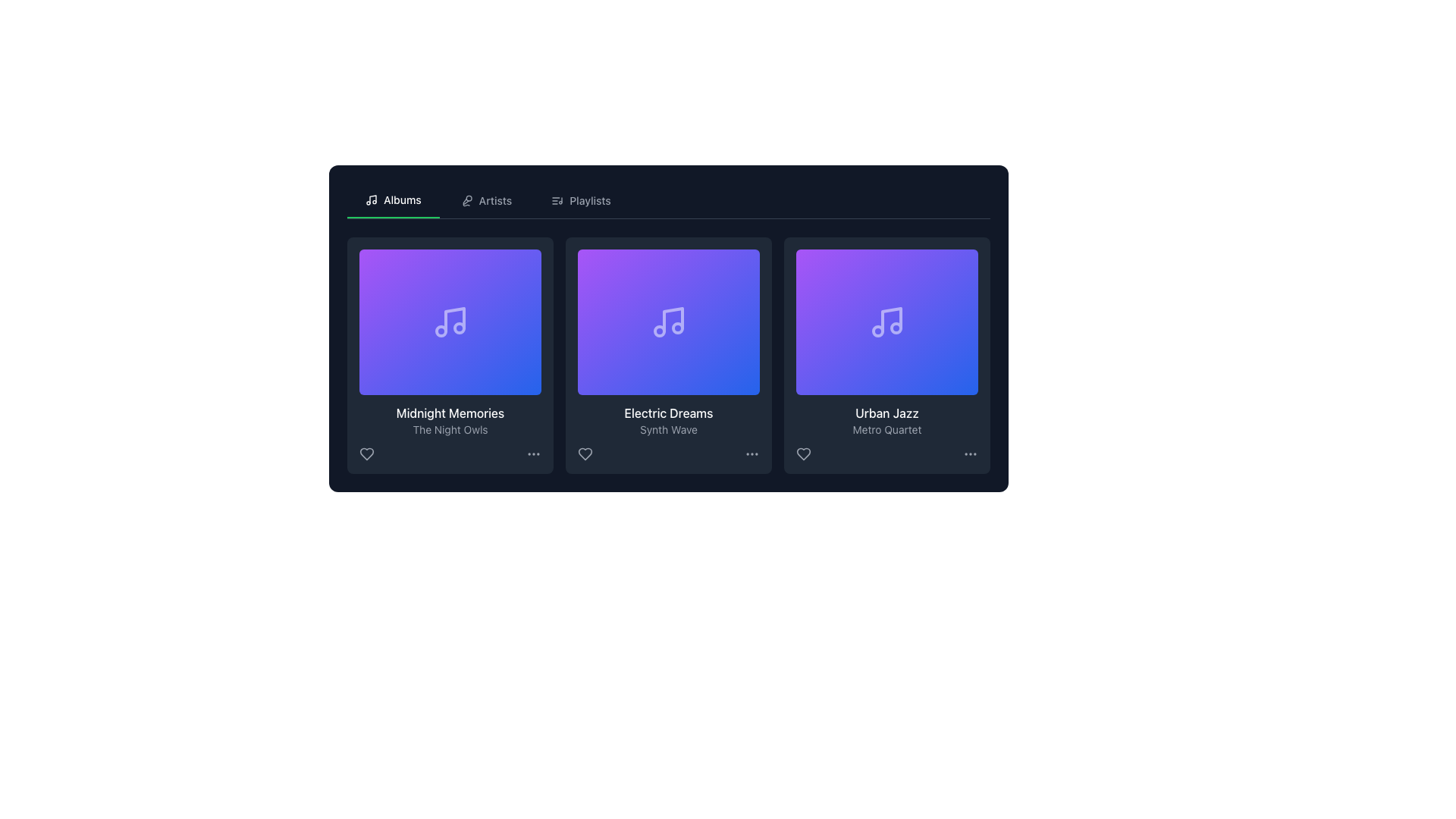 This screenshot has height=819, width=1456. What do you see at coordinates (486, 200) in the screenshot?
I see `the 'Artists' navigation link, which is a horizontal text-based item styled in gray and changes to white on hover, located between 'Albums' and 'Playlists' in the navigation bar` at bounding box center [486, 200].